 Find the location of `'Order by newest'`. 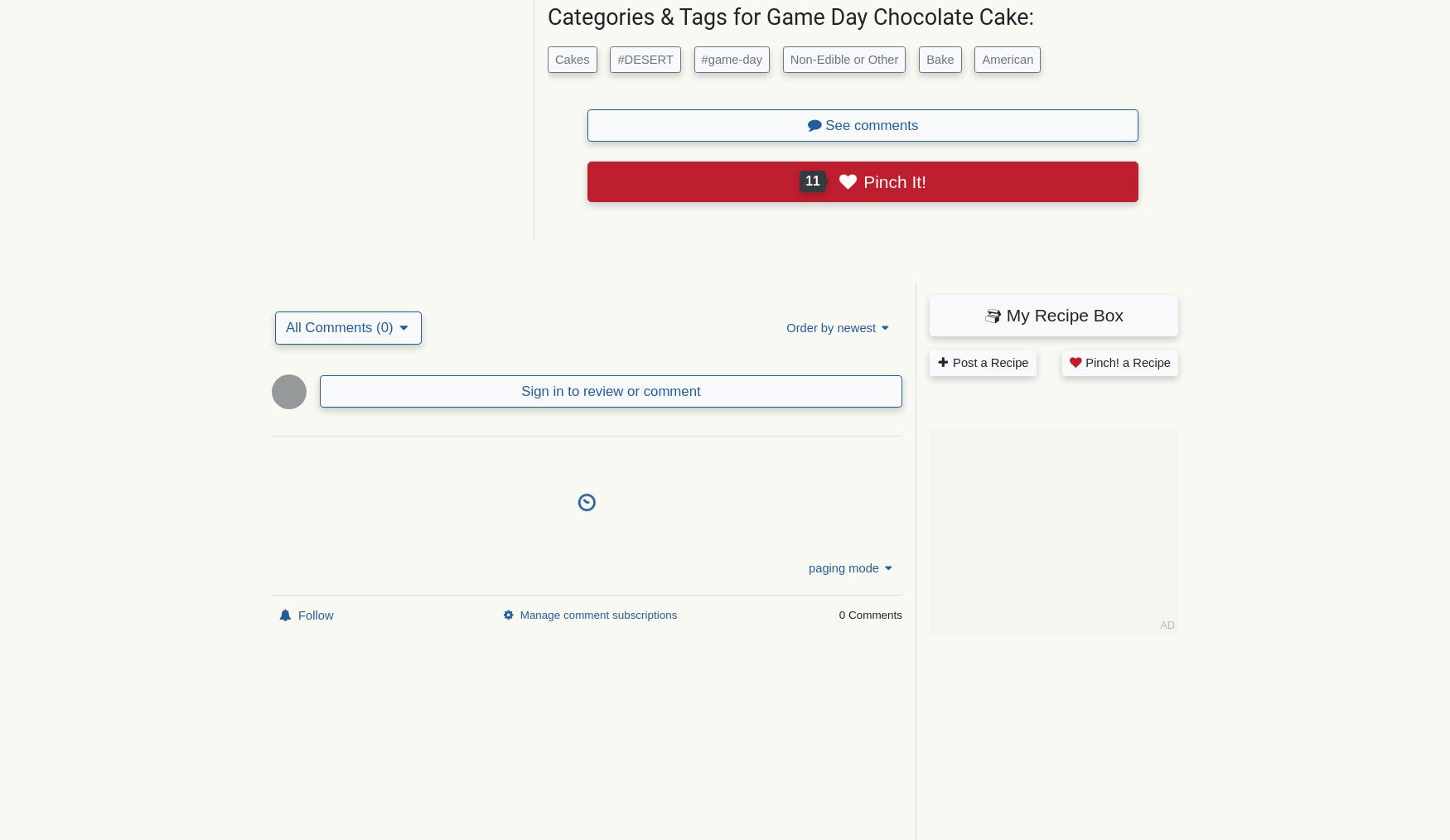

'Order by newest' is located at coordinates (829, 326).